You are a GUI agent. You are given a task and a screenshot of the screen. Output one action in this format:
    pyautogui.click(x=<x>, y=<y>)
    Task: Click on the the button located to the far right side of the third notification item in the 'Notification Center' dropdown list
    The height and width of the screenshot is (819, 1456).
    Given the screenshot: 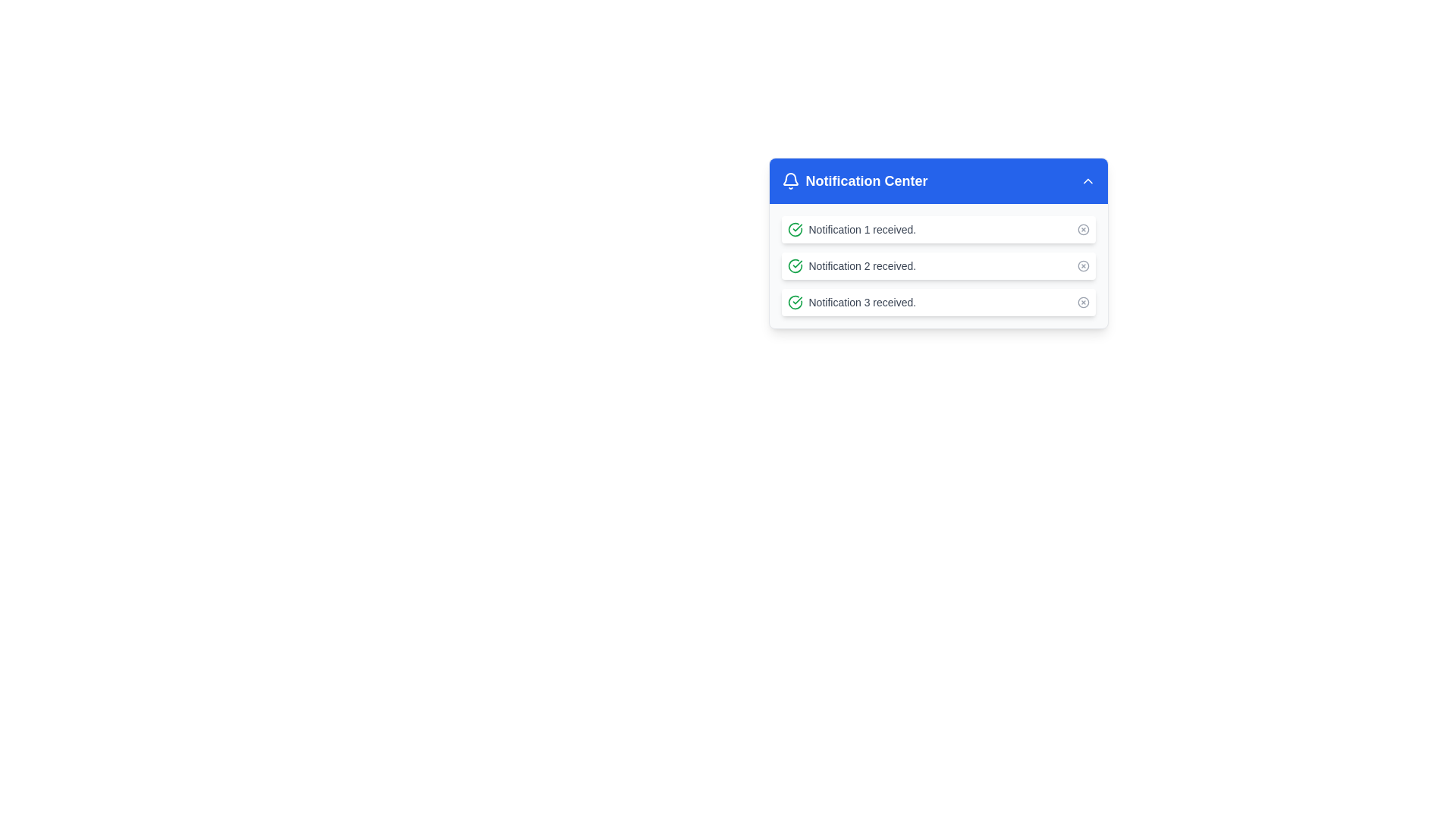 What is the action you would take?
    pyautogui.click(x=1082, y=302)
    